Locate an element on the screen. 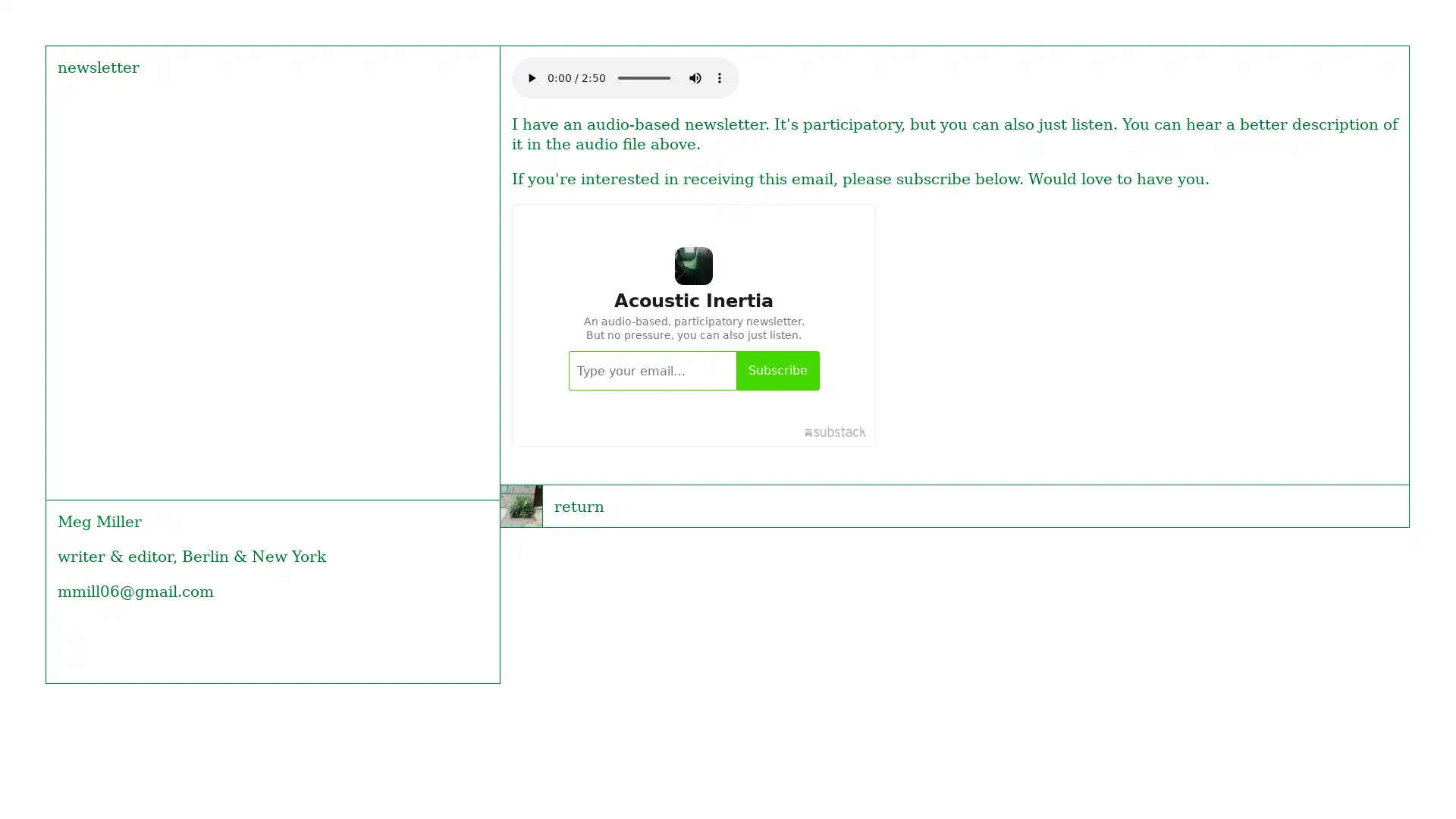 The image size is (1456, 819). play is located at coordinates (531, 77).